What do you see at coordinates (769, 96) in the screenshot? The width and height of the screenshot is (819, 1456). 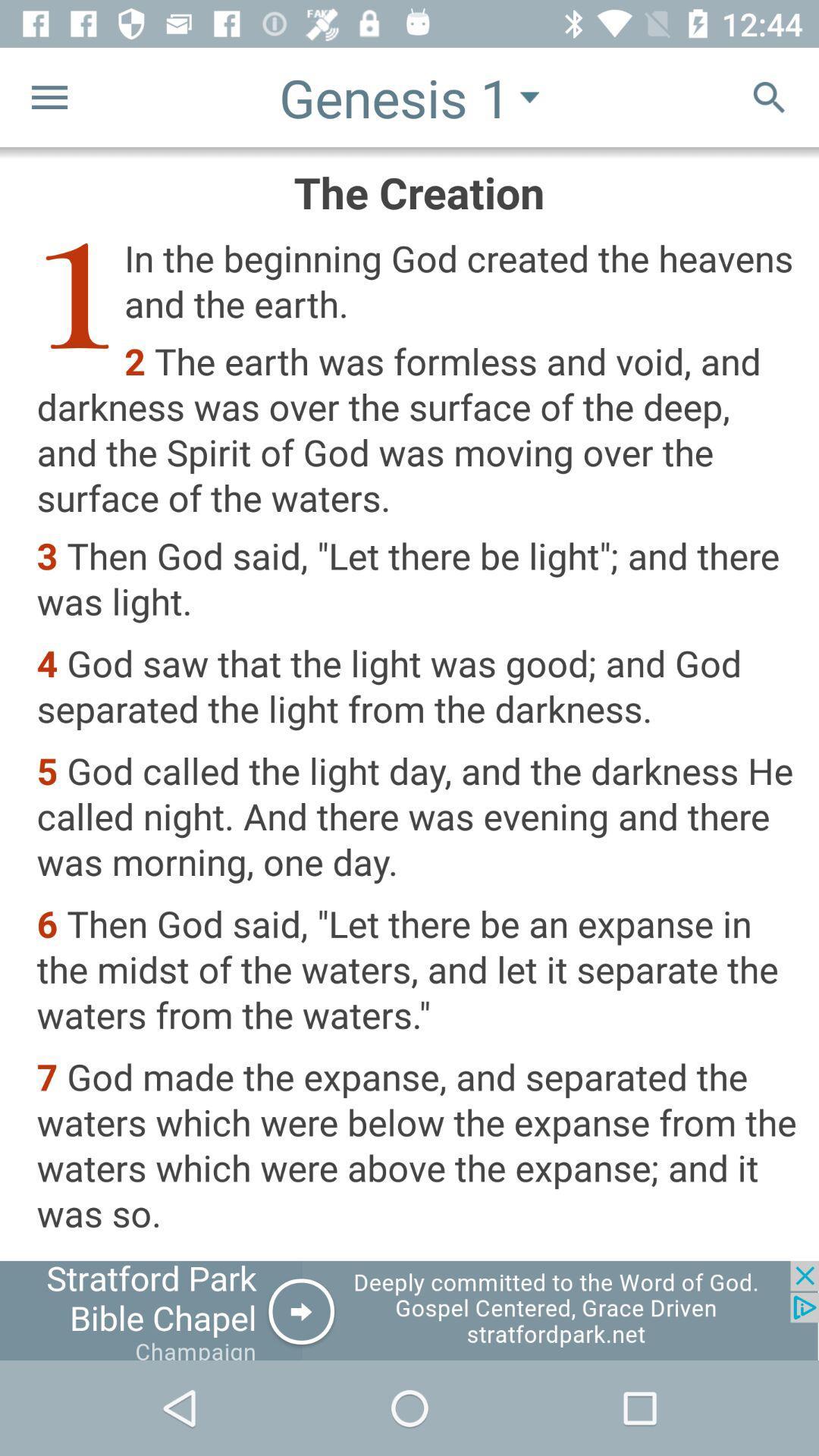 I see `the search icon` at bounding box center [769, 96].